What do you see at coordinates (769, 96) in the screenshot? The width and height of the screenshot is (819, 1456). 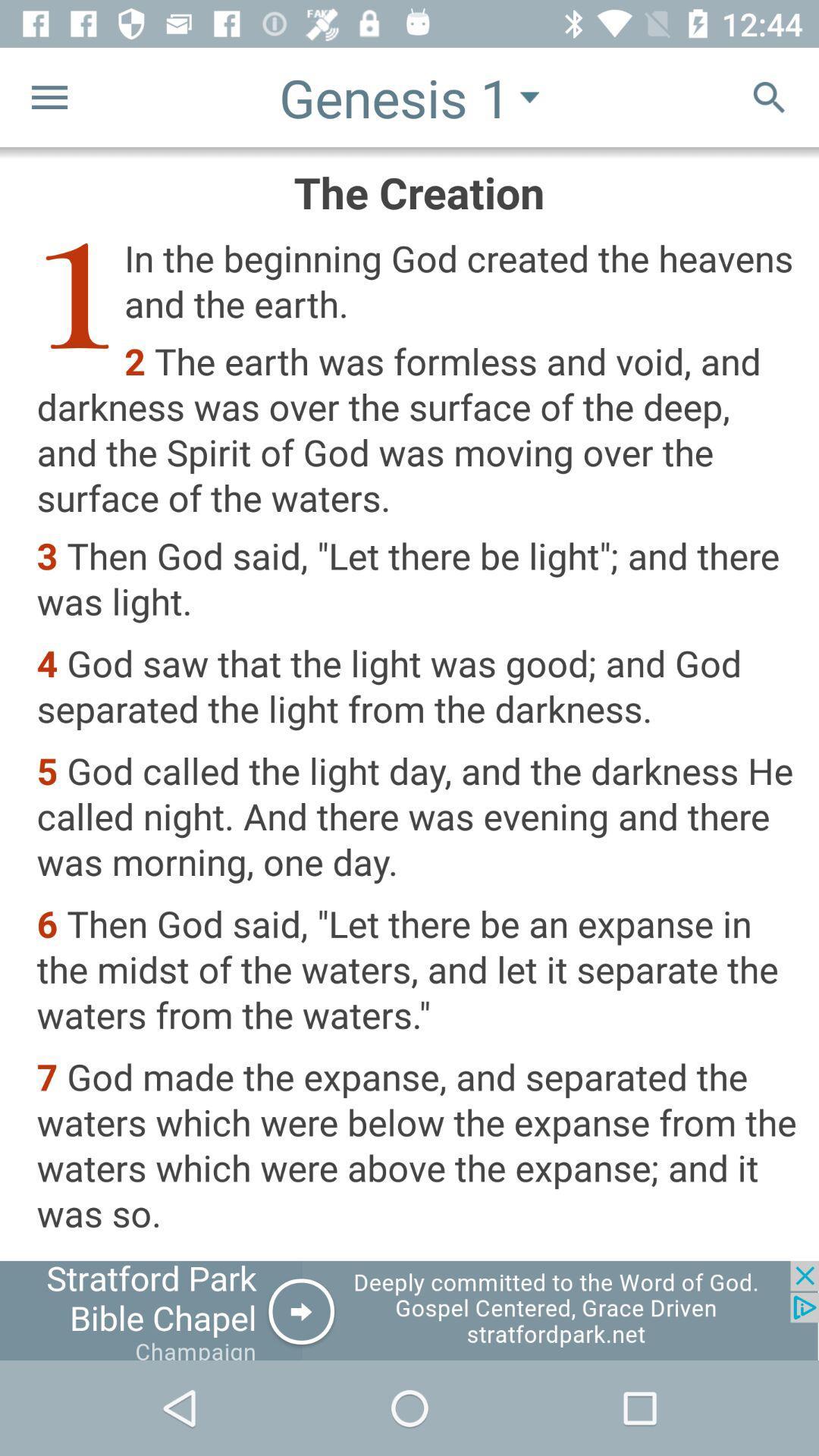 I see `the search icon` at bounding box center [769, 96].